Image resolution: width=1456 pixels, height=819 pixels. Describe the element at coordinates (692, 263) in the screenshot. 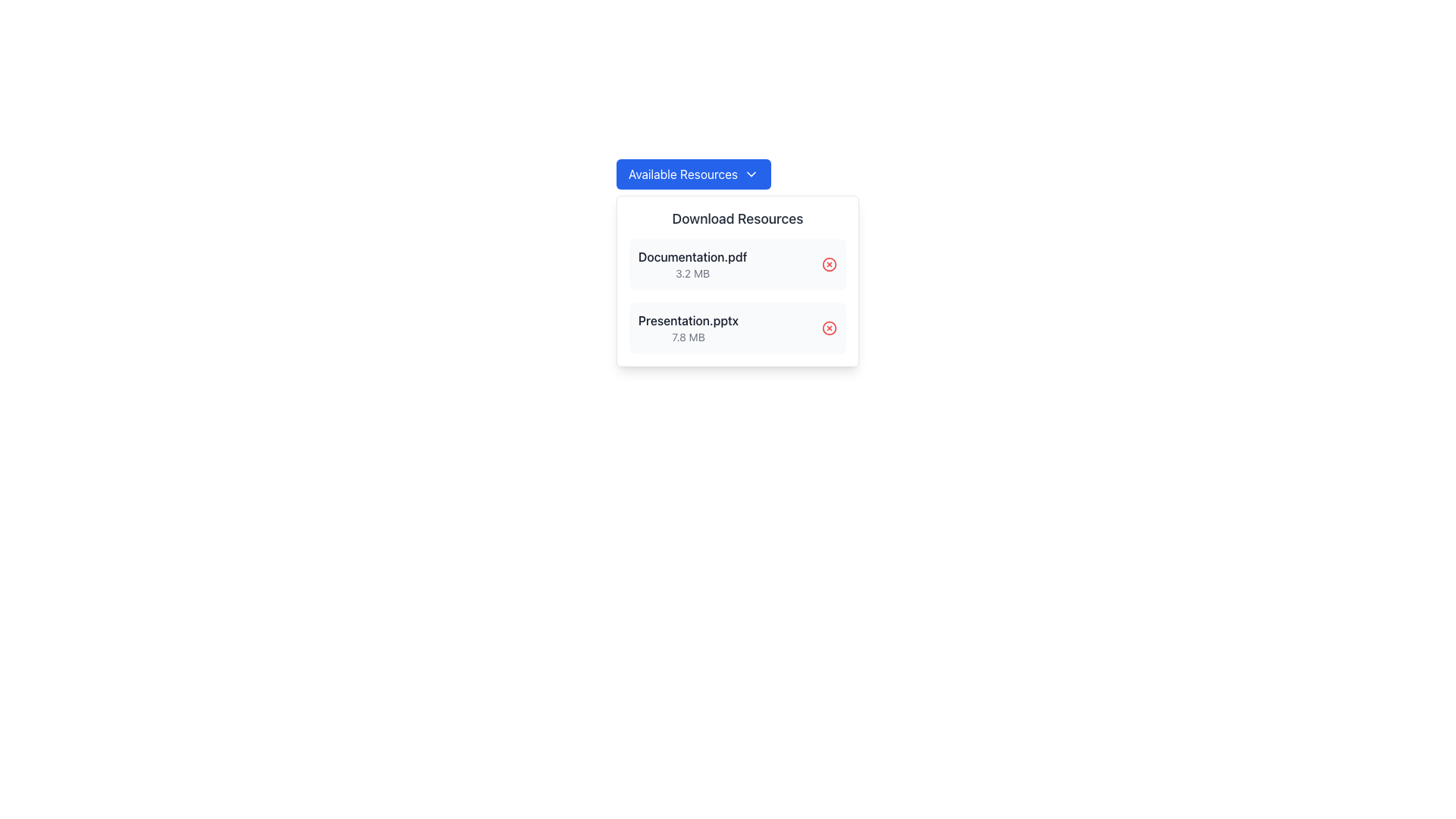

I see `the Text Label displaying 'Documentation.pdf' in the file listing pop-up below the 'Download Resources' heading` at that location.